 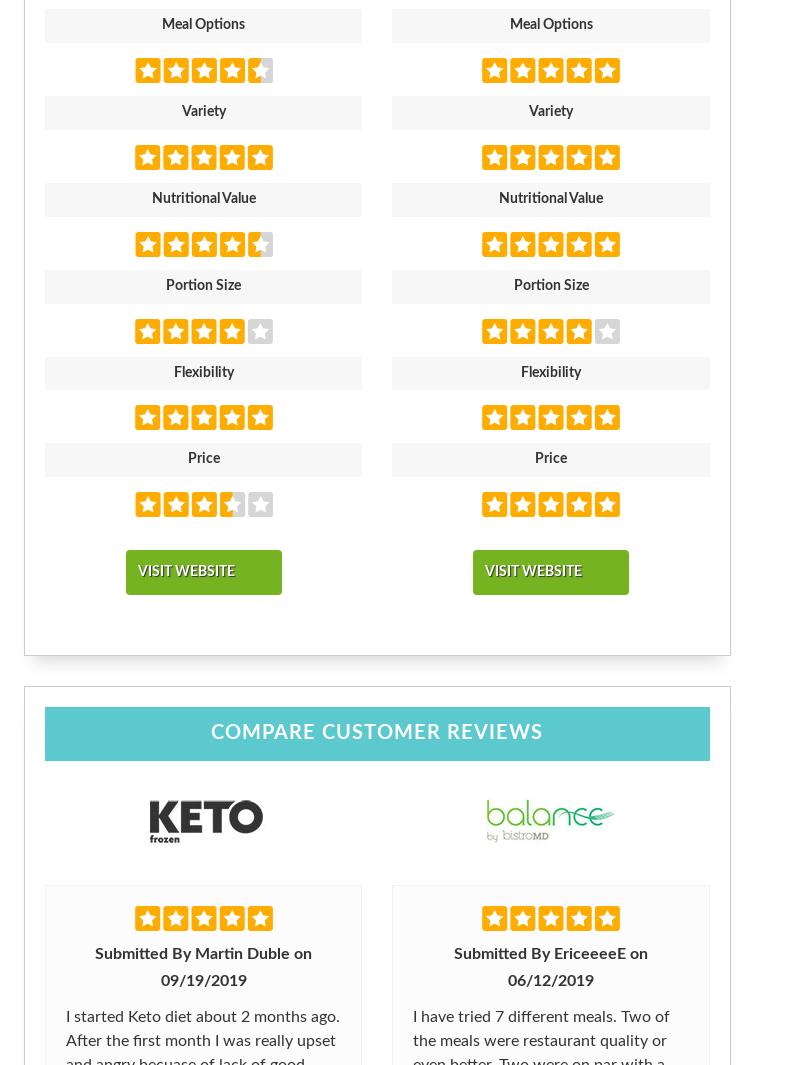 What do you see at coordinates (203, 966) in the screenshot?
I see `'Submitted By Martin Duble on 09/19/2019'` at bounding box center [203, 966].